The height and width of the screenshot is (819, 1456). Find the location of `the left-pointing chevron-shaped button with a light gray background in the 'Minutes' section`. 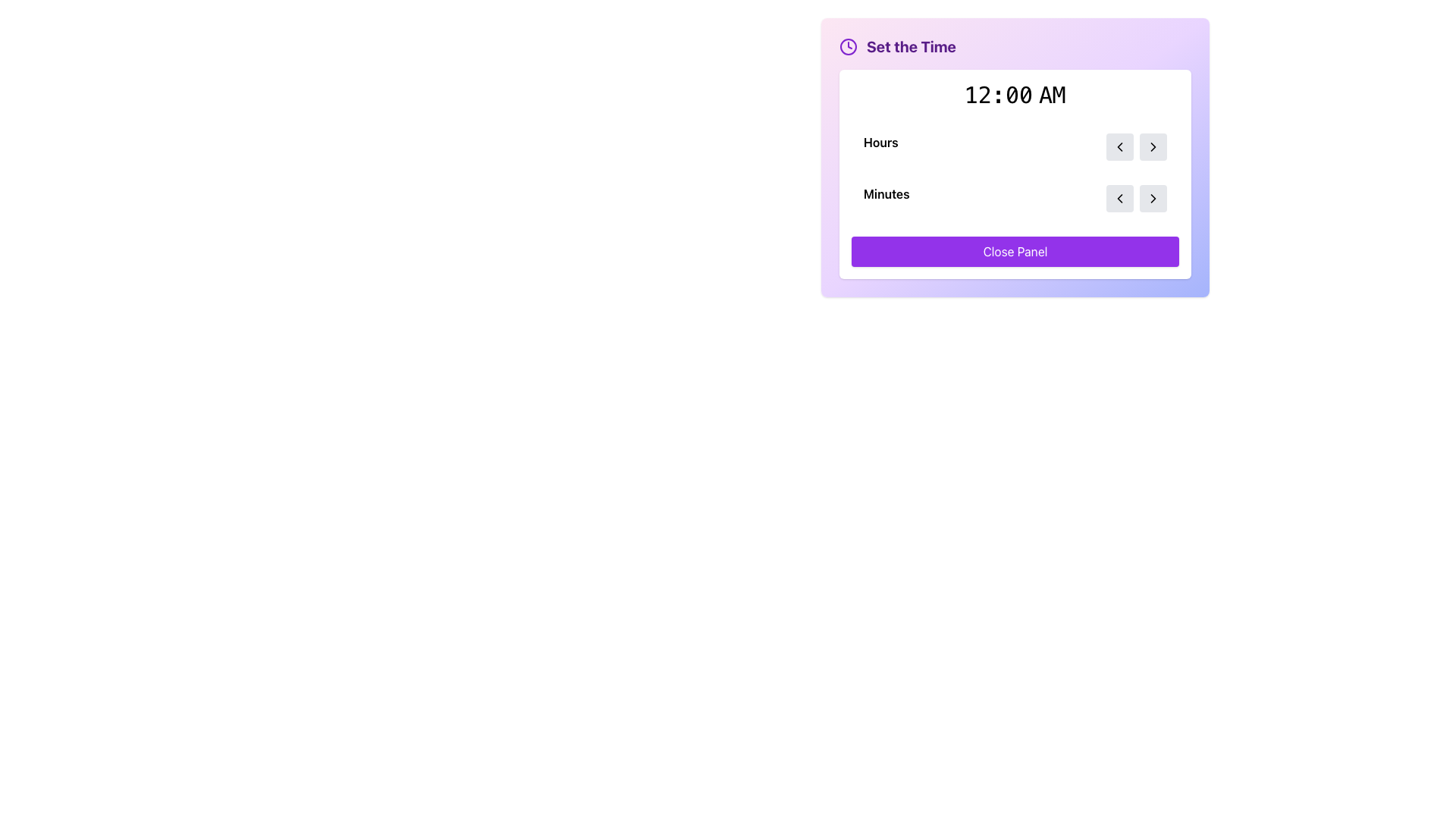

the left-pointing chevron-shaped button with a light gray background in the 'Minutes' section is located at coordinates (1120, 198).